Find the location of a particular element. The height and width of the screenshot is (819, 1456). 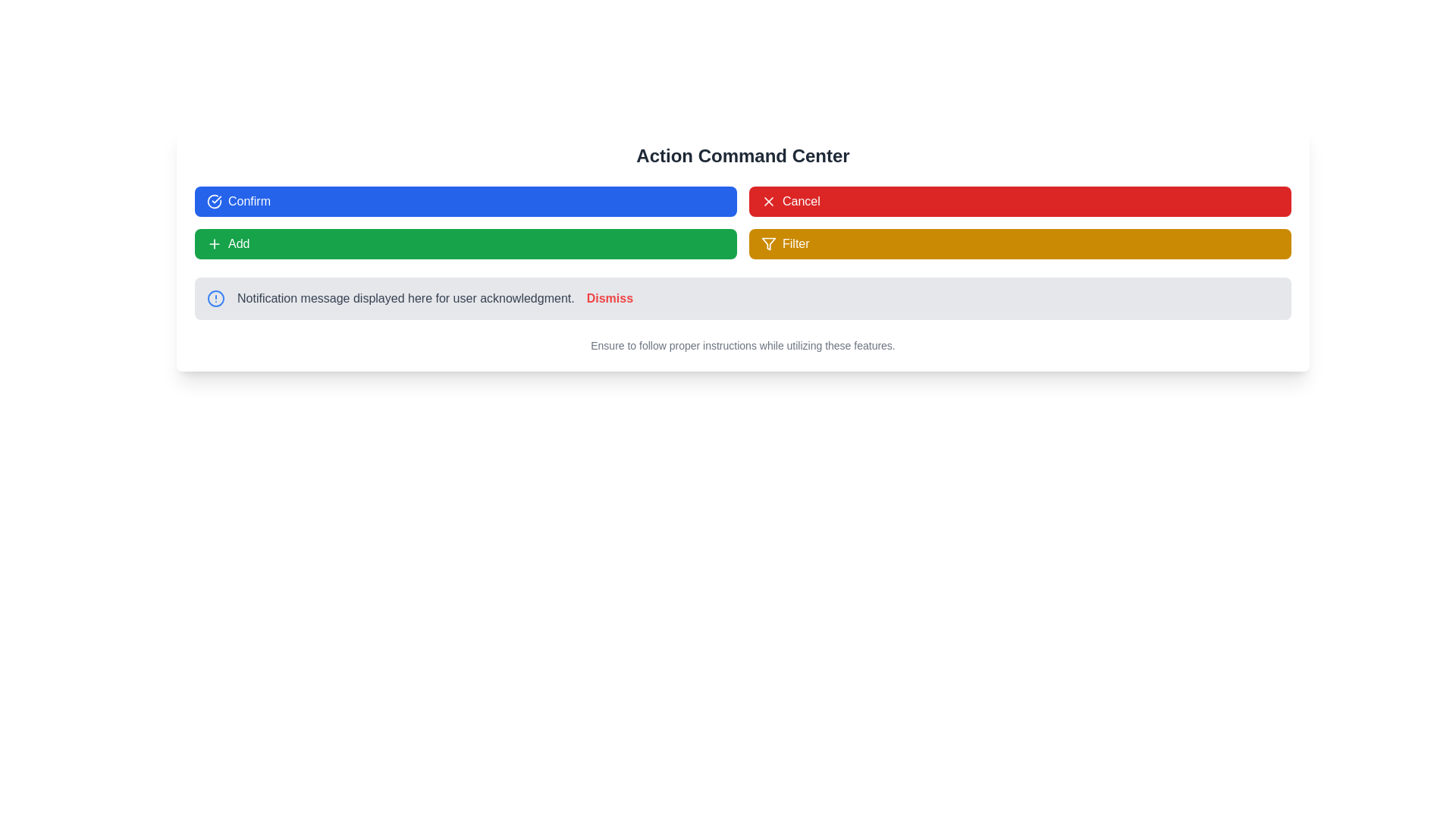

the red diagonal cross icon, which is part of the Cancel button's iconography, located on the right side of the header section is located at coordinates (768, 201).